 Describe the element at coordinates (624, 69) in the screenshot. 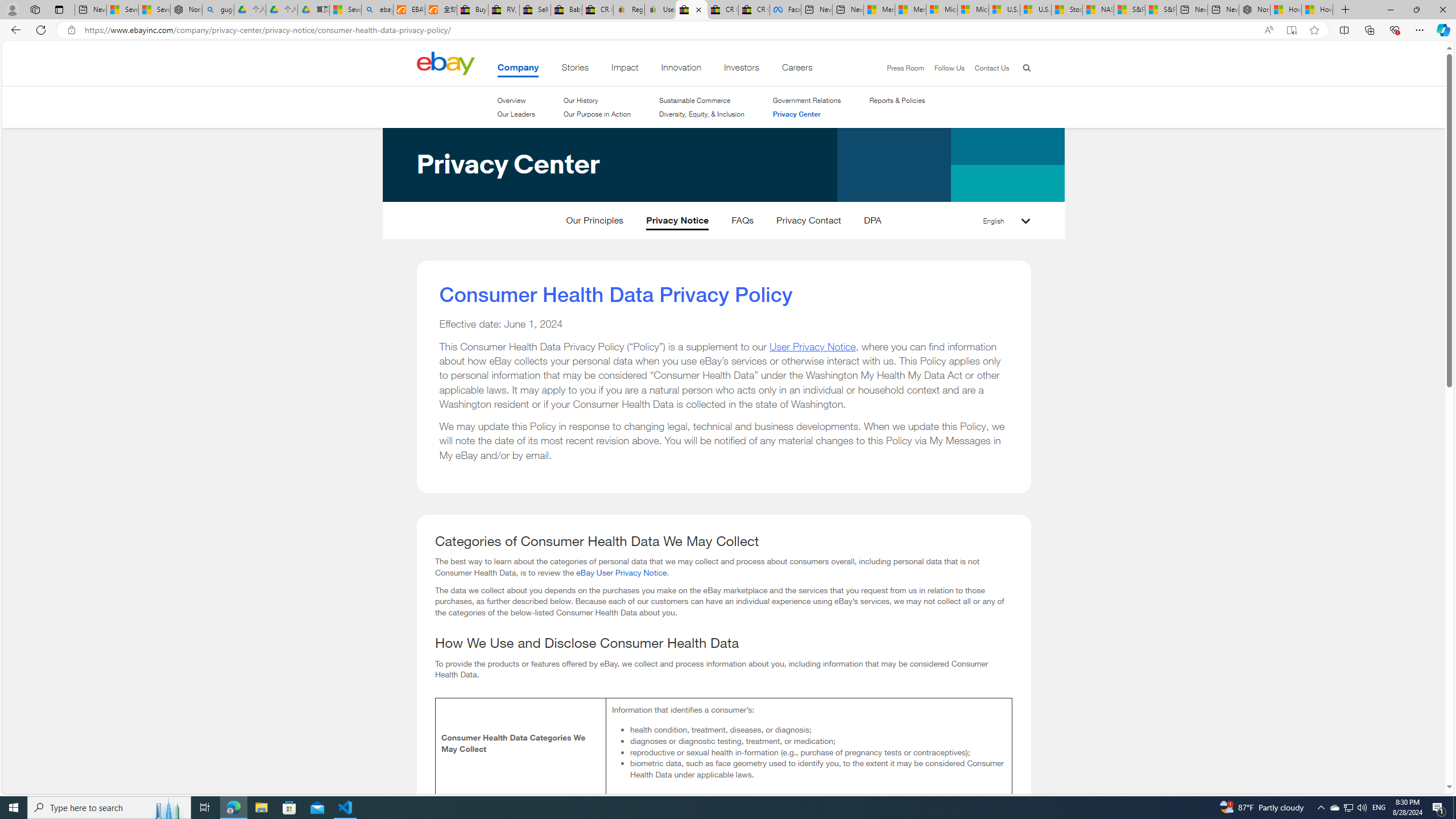

I see `'Impact'` at that location.